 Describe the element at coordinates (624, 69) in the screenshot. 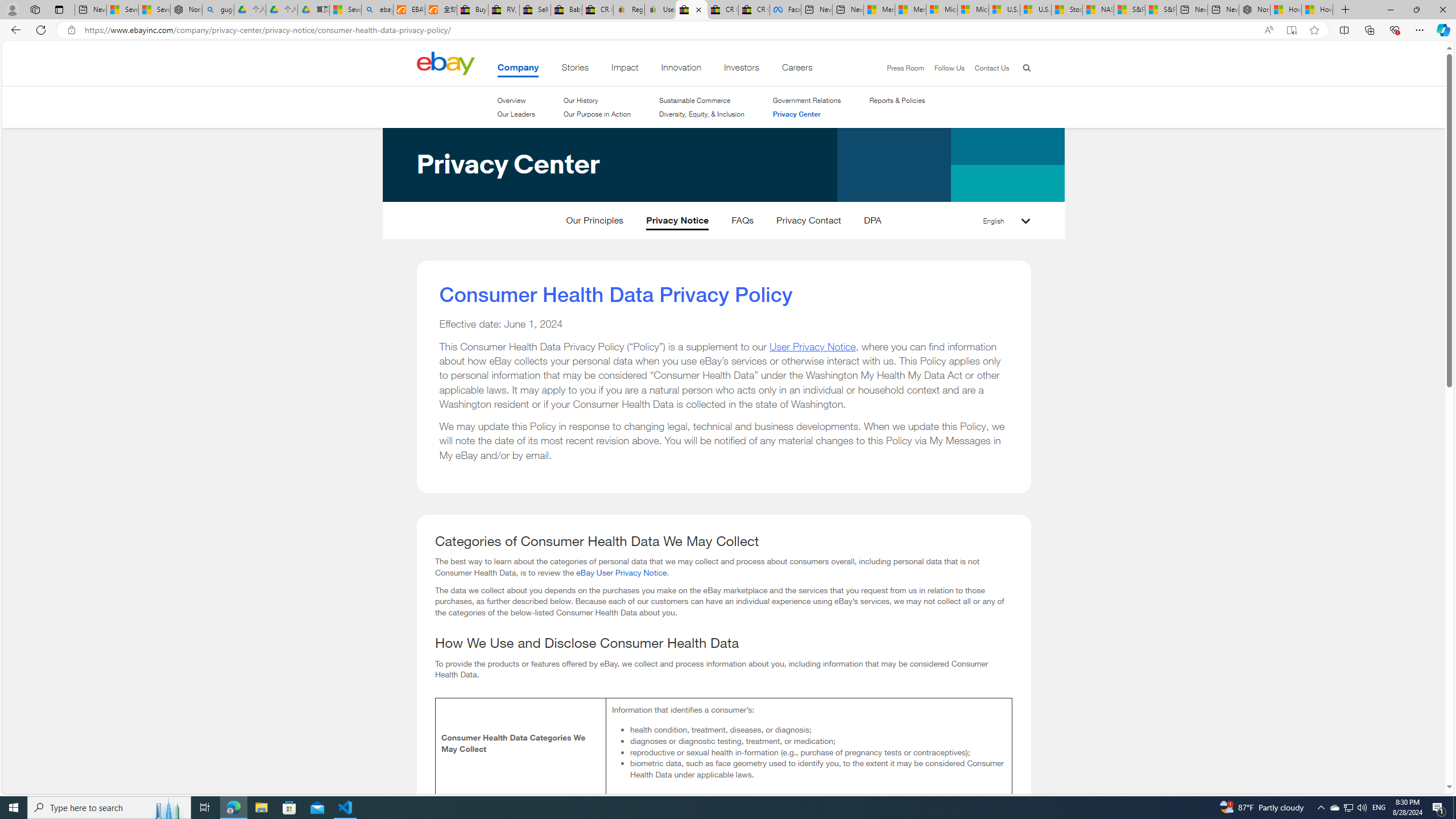

I see `'Impact'` at that location.